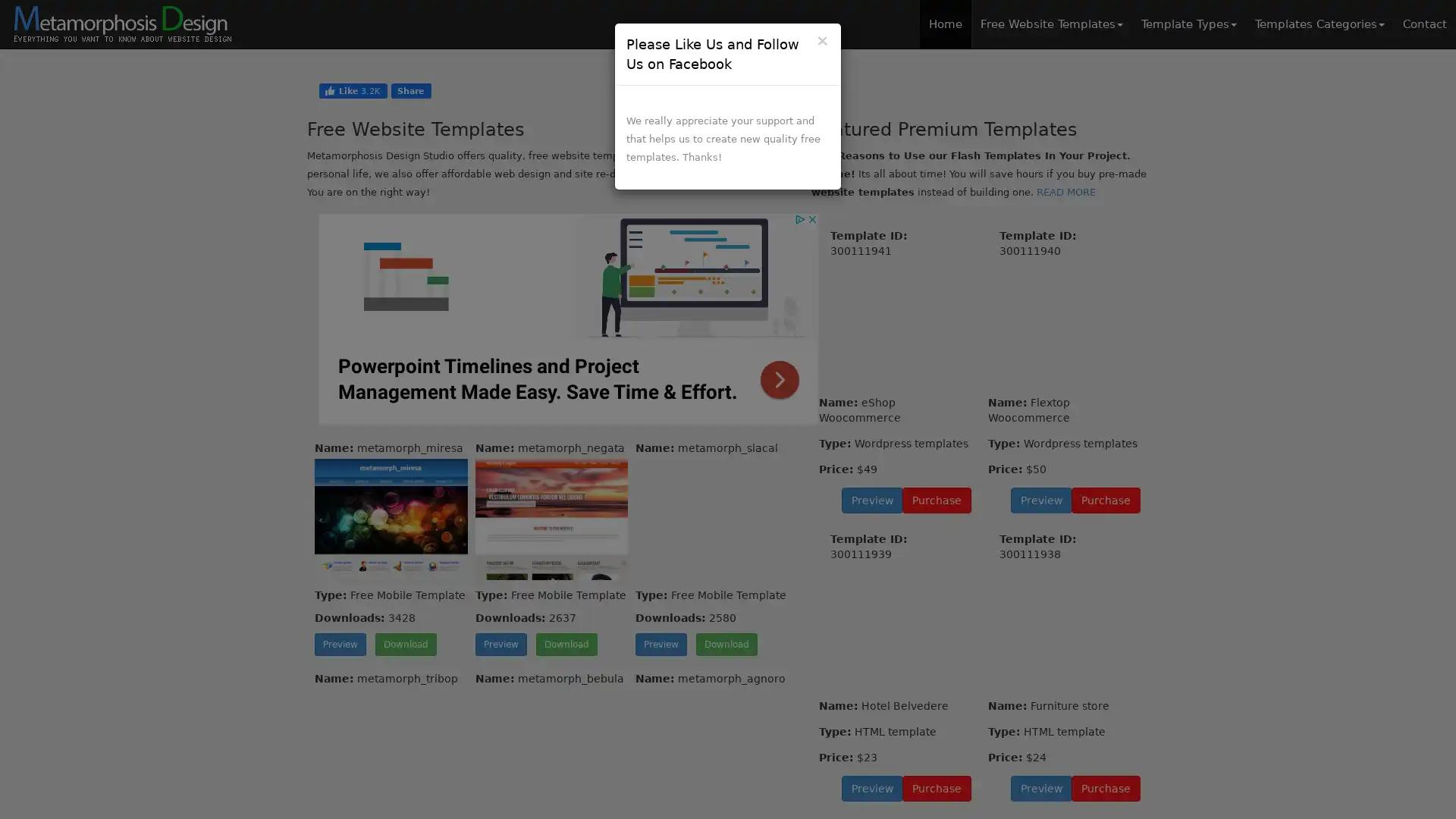 The width and height of the screenshot is (1456, 819). Describe the element at coordinates (726, 644) in the screenshot. I see `Download` at that location.